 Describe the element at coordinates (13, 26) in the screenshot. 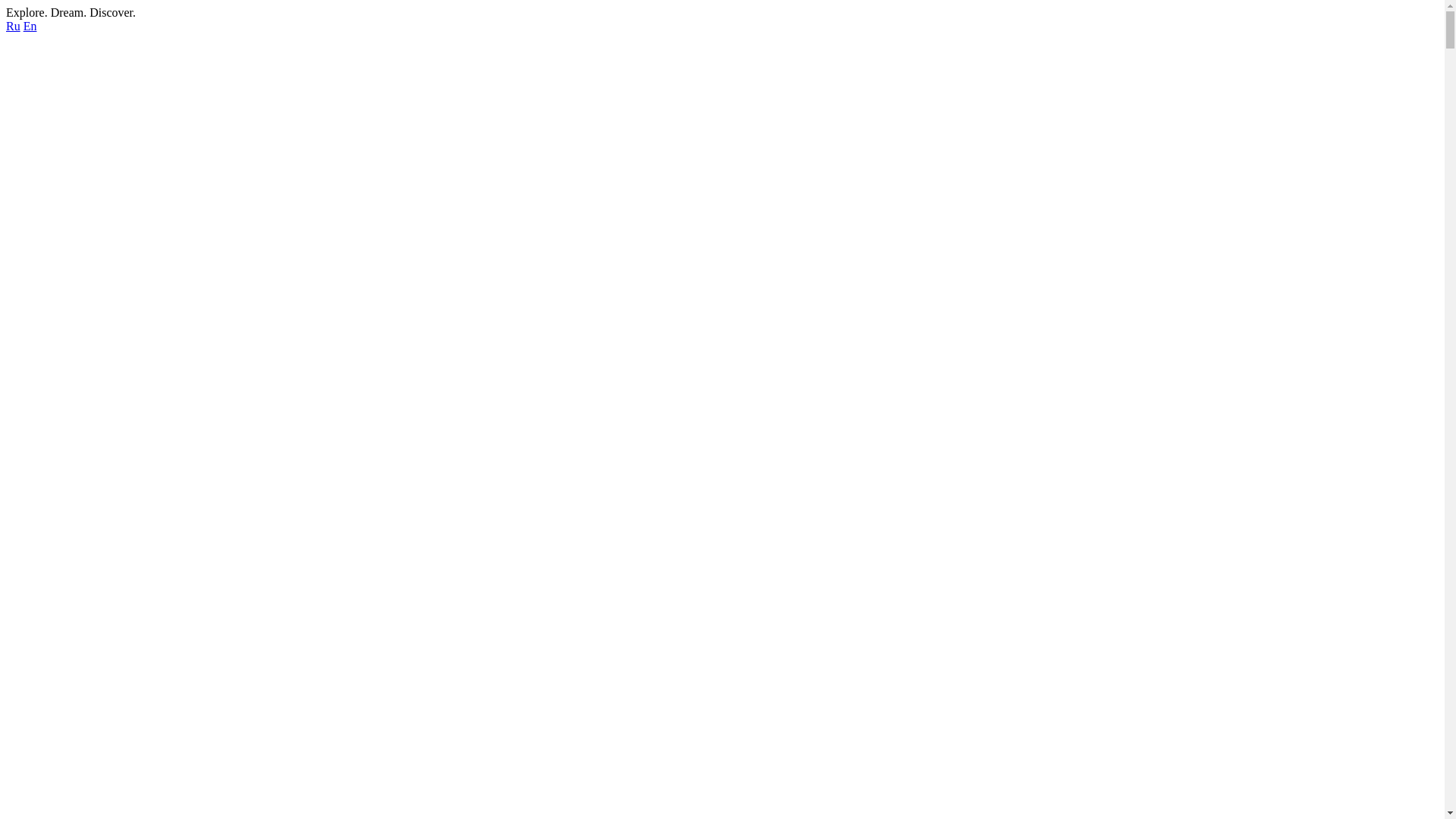

I see `'Ru'` at that location.